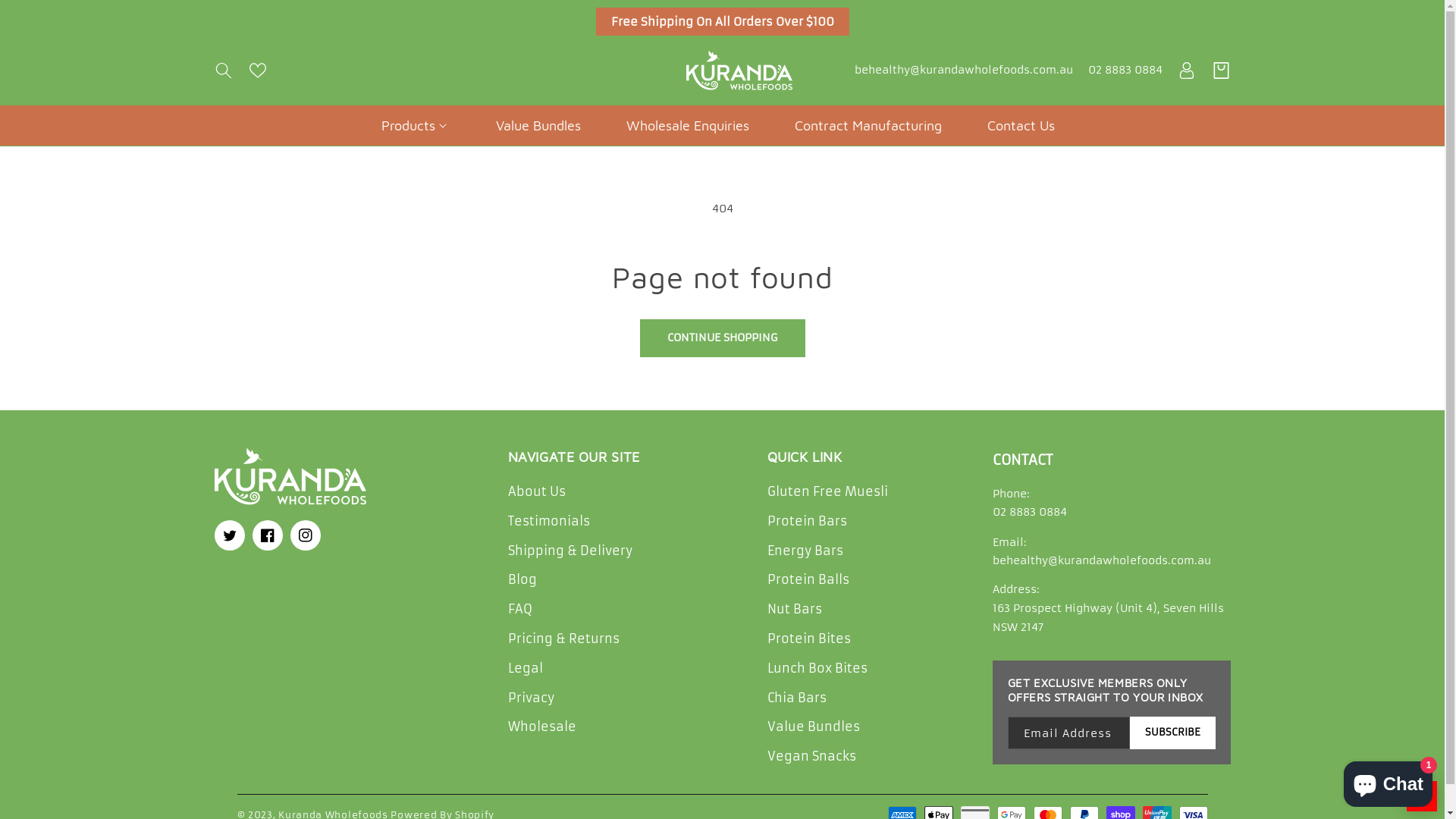  I want to click on 'SUBSCRIBE', so click(1172, 732).